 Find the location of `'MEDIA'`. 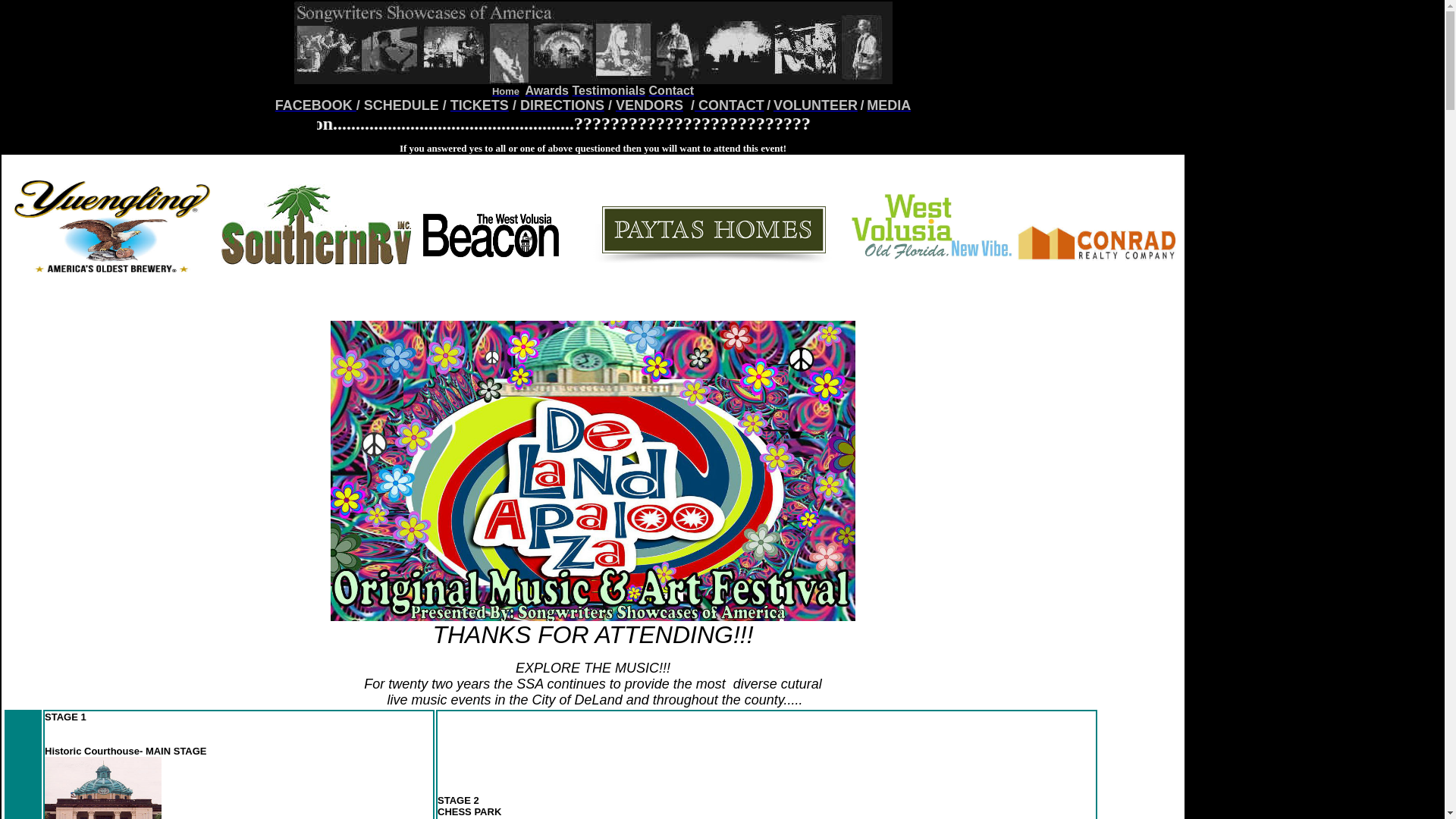

'MEDIA' is located at coordinates (888, 105).